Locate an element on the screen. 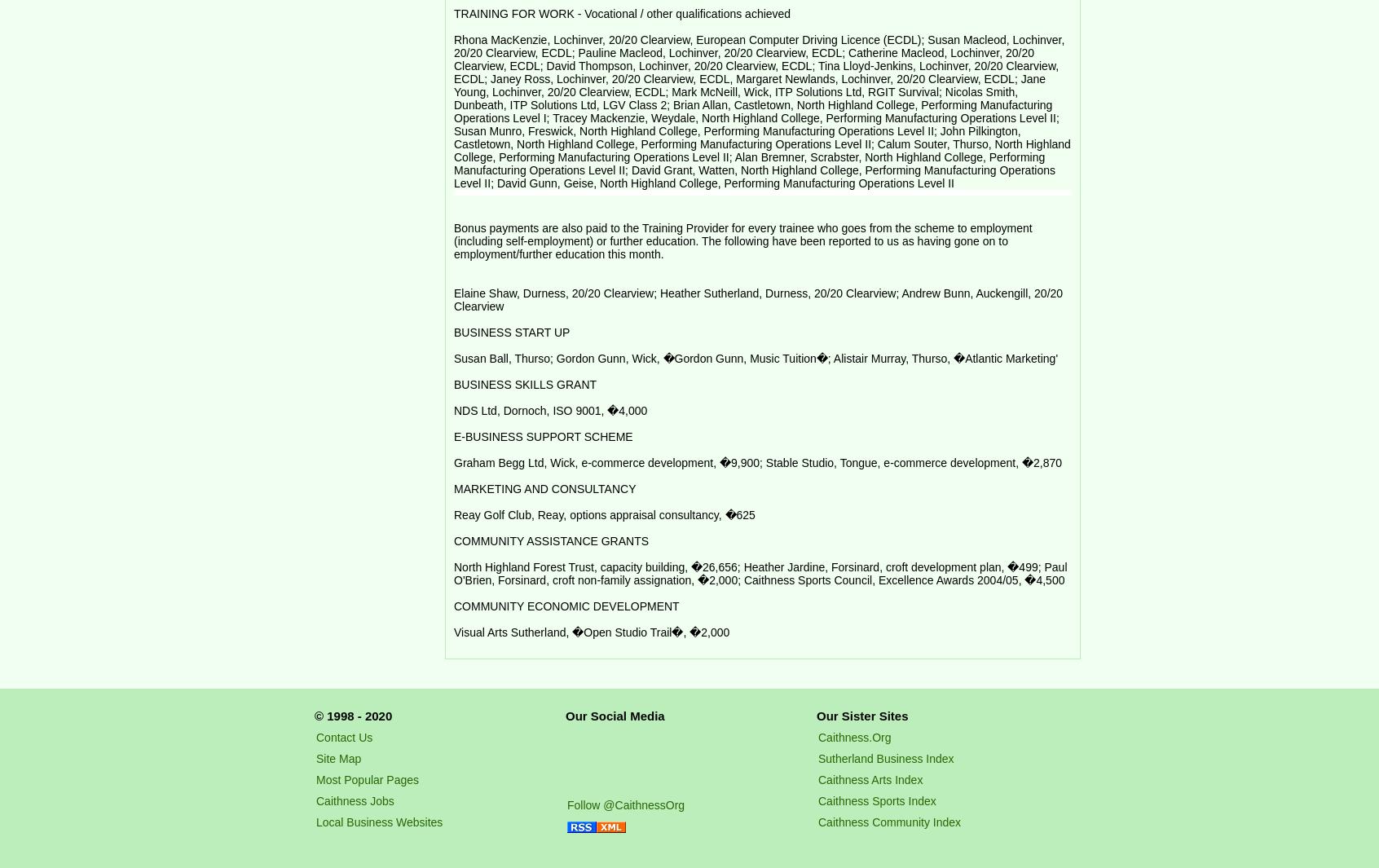  'Most Popular Pages' is located at coordinates (366, 779).